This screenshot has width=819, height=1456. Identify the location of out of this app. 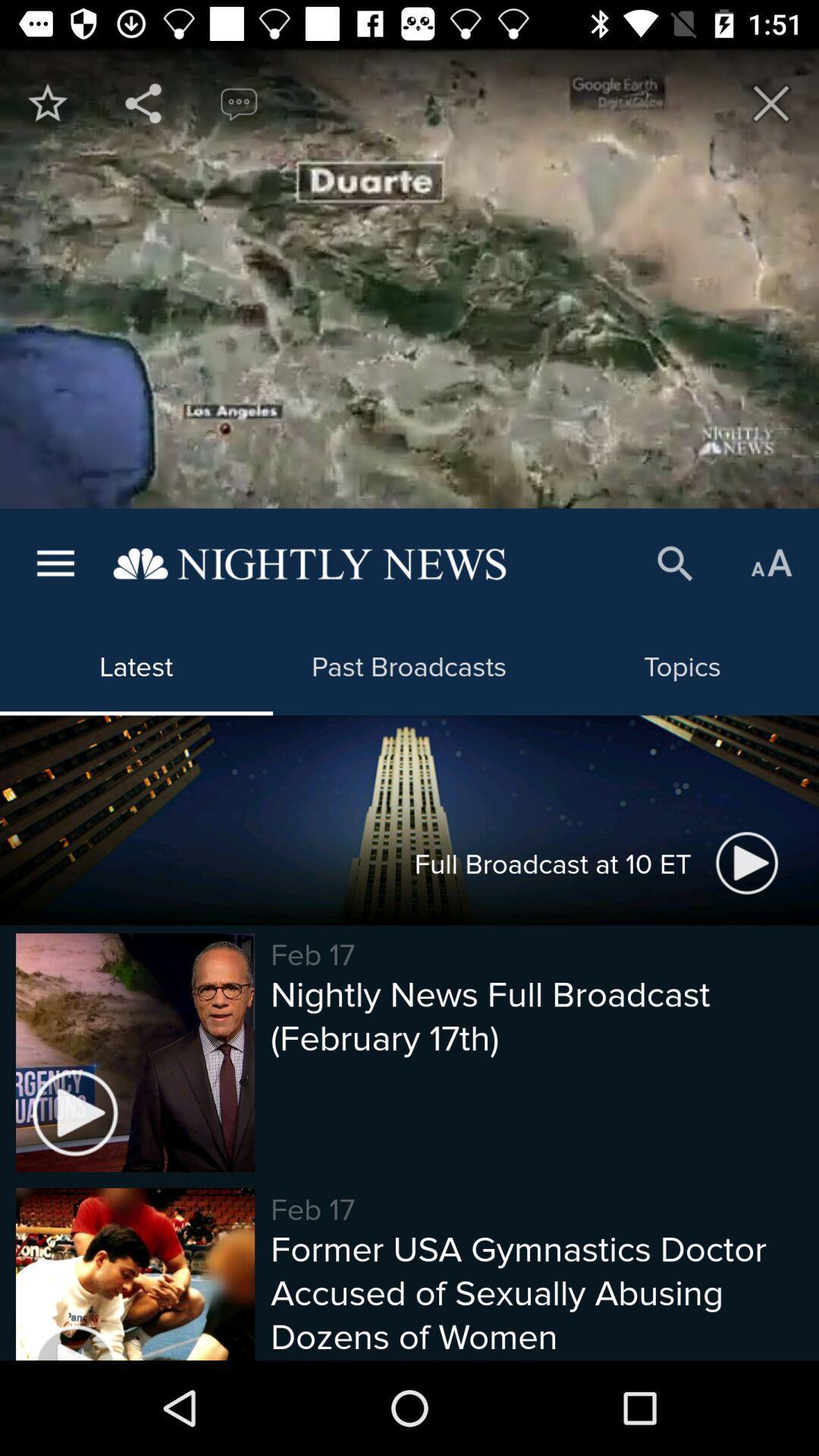
(771, 102).